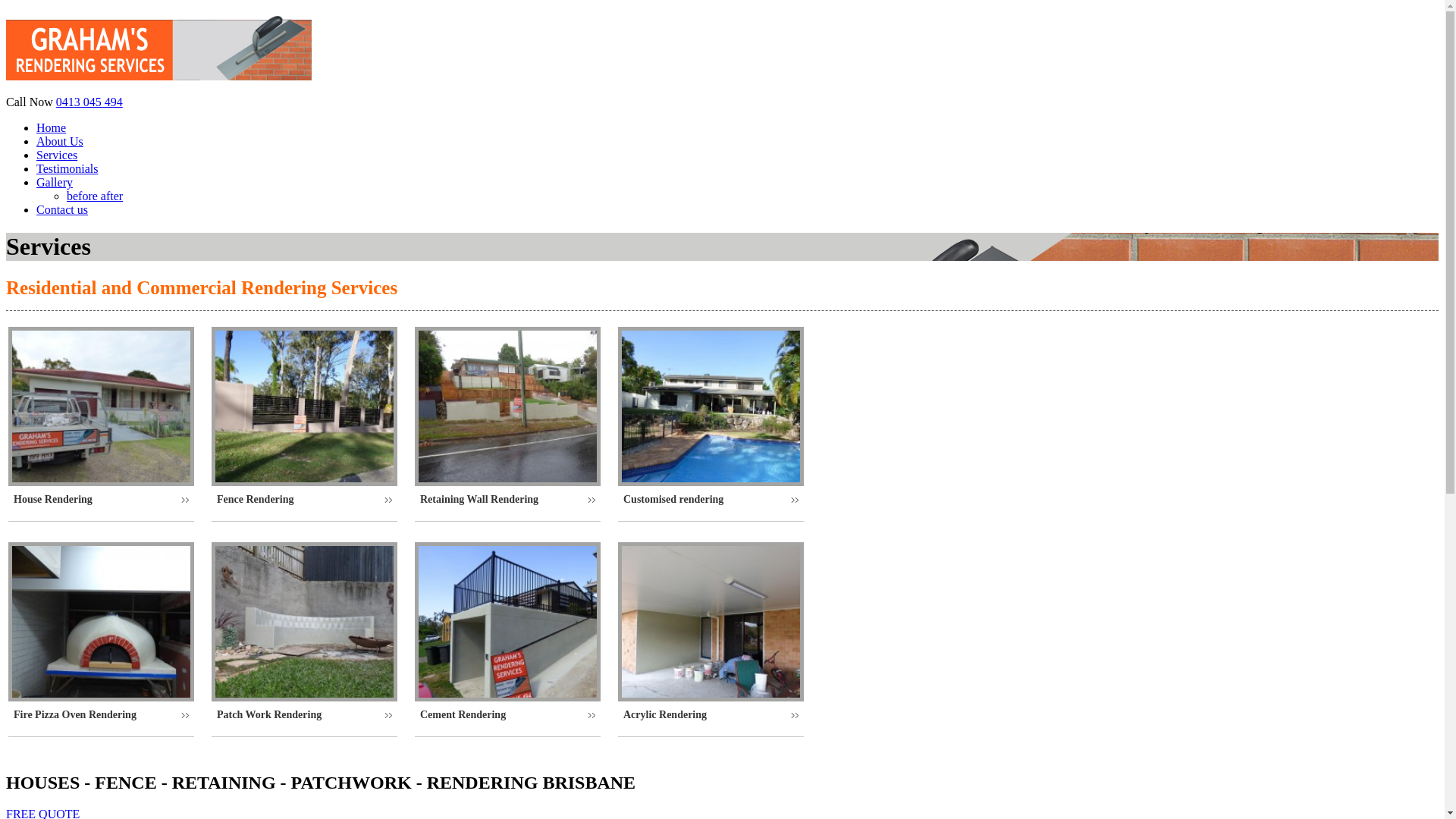 The height and width of the screenshot is (819, 1456). Describe the element at coordinates (67, 168) in the screenshot. I see `'Testimonials'` at that location.